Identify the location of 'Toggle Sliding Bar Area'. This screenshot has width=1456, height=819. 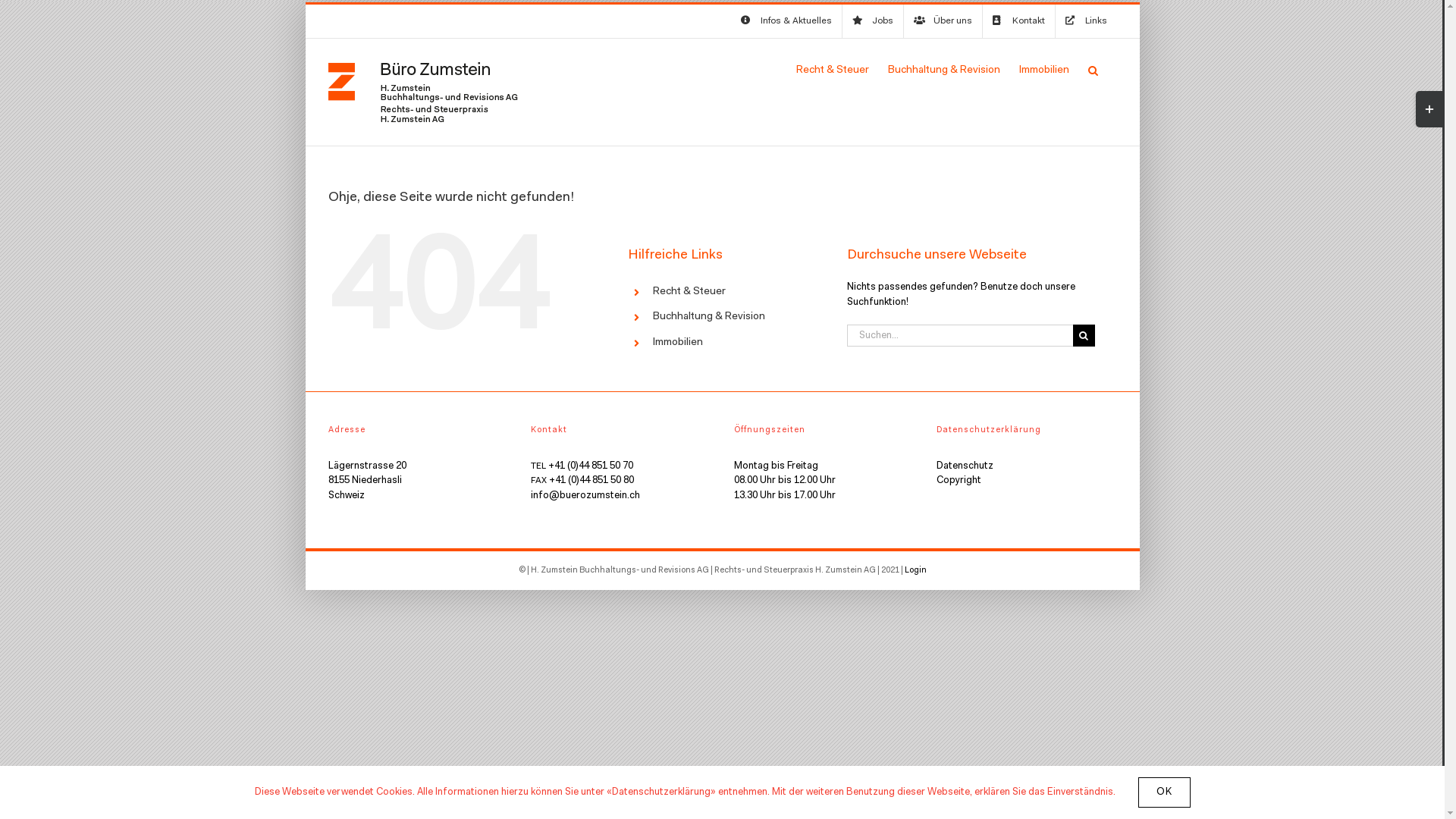
(1428, 108).